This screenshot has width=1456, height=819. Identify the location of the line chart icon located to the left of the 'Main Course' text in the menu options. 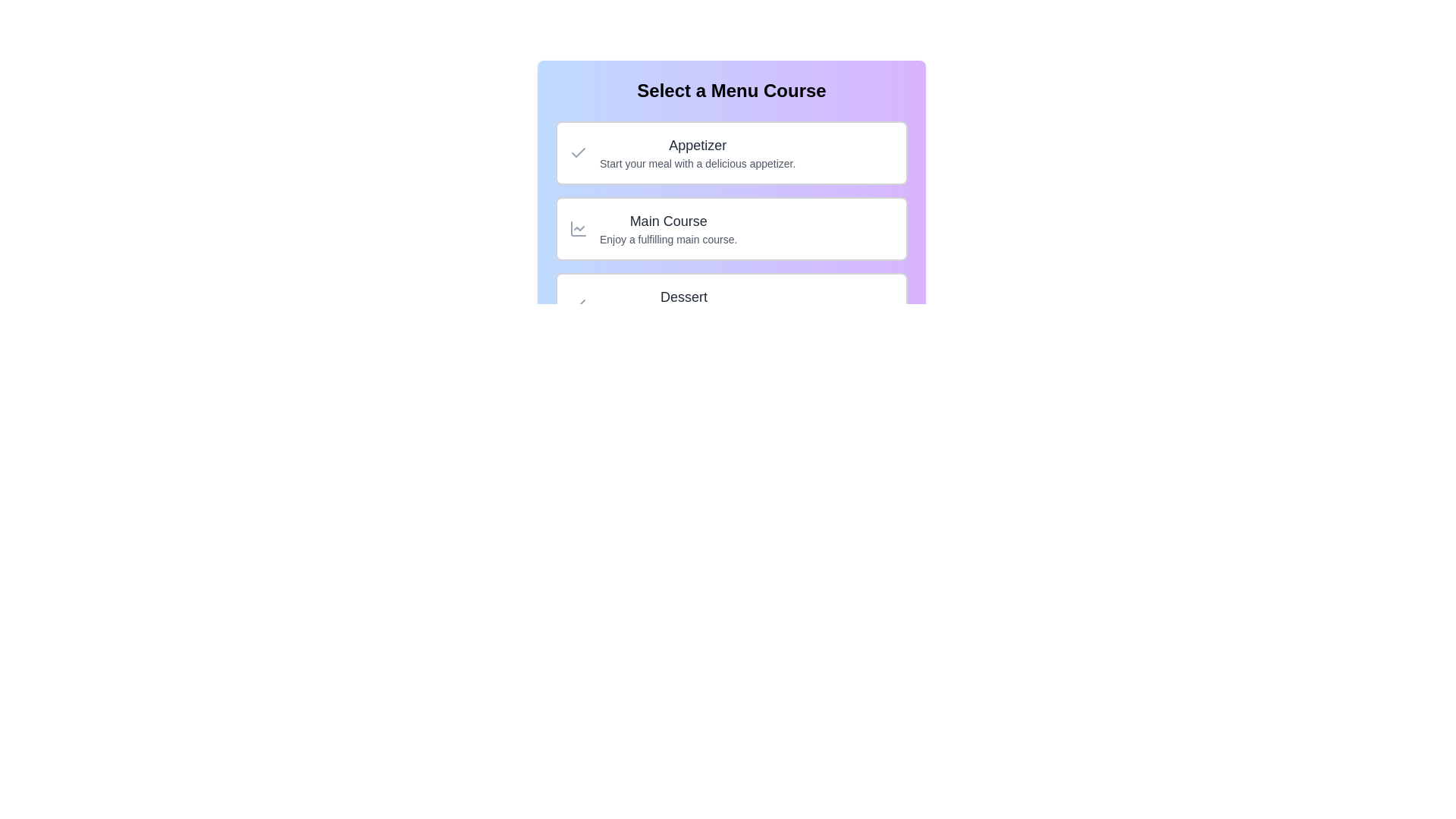
(578, 228).